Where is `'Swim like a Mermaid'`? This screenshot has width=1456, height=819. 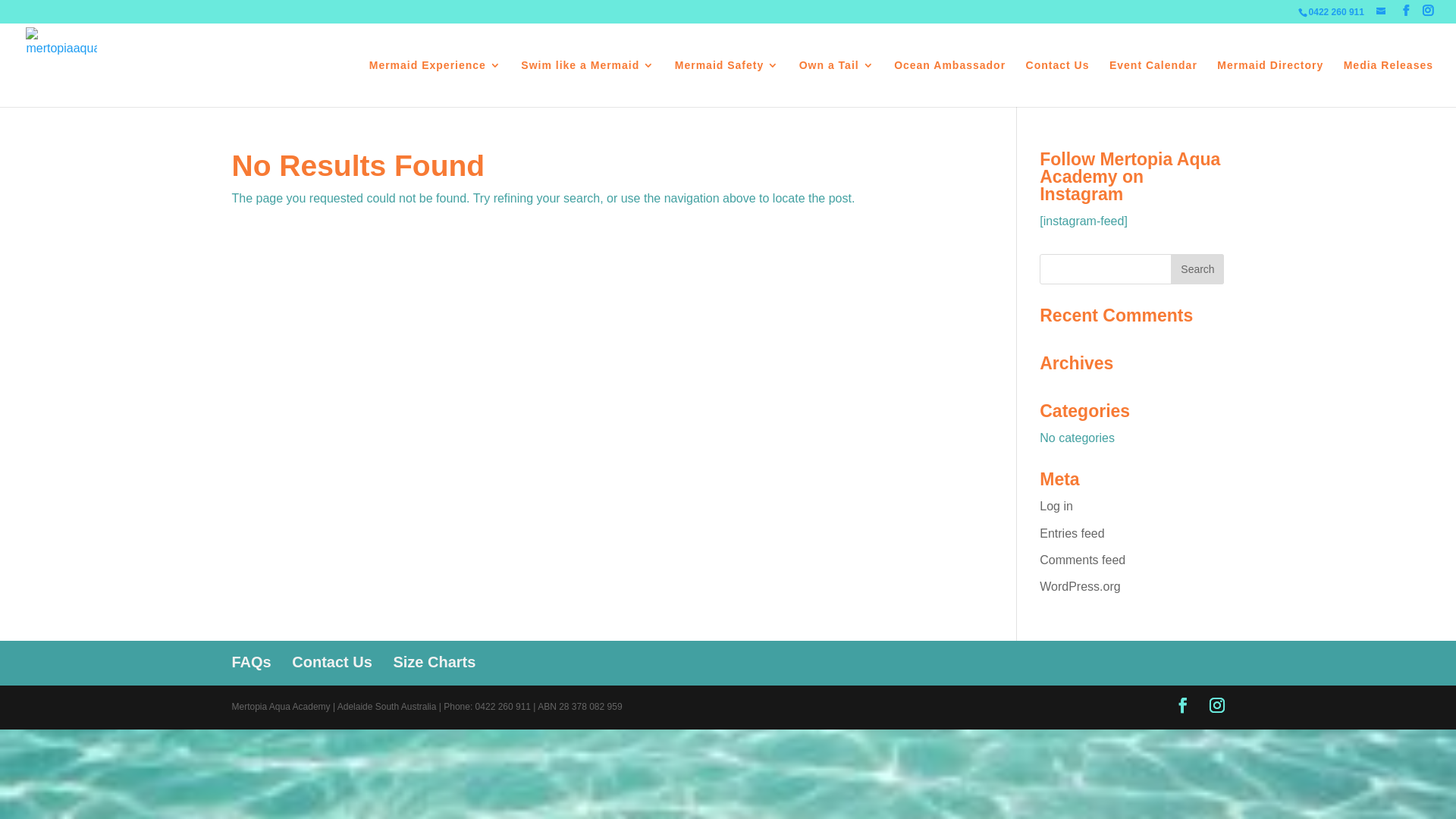 'Swim like a Mermaid' is located at coordinates (586, 83).